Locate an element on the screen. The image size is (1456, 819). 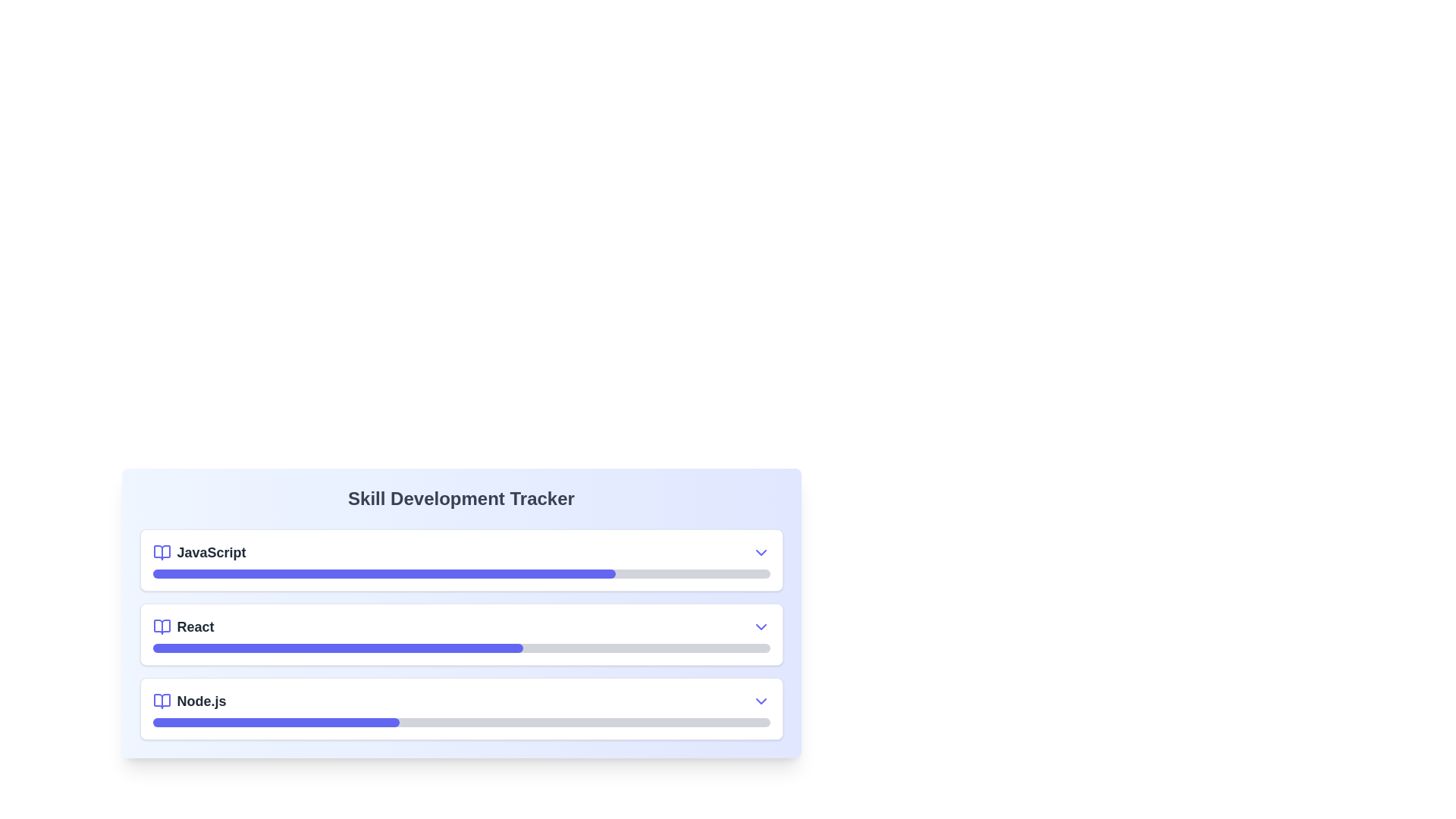
the Progress bar representing the user's proficiency level in 'React' within the 'Skill Development Tracker' card is located at coordinates (460, 635).